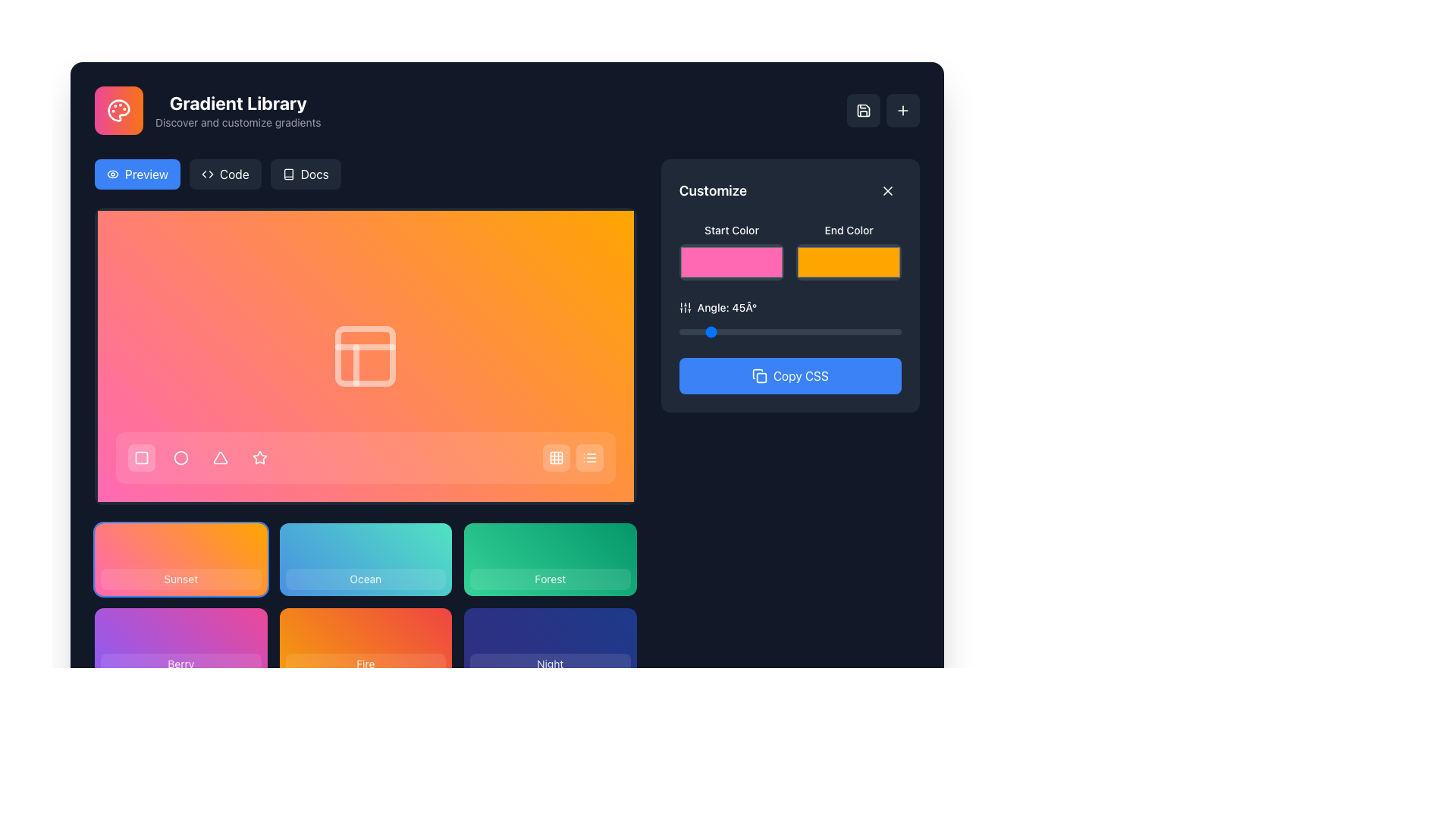 The height and width of the screenshot is (819, 1456). I want to click on the Color picker element for 'End Color' located in the second column of the 'Customize' section, so click(848, 251).